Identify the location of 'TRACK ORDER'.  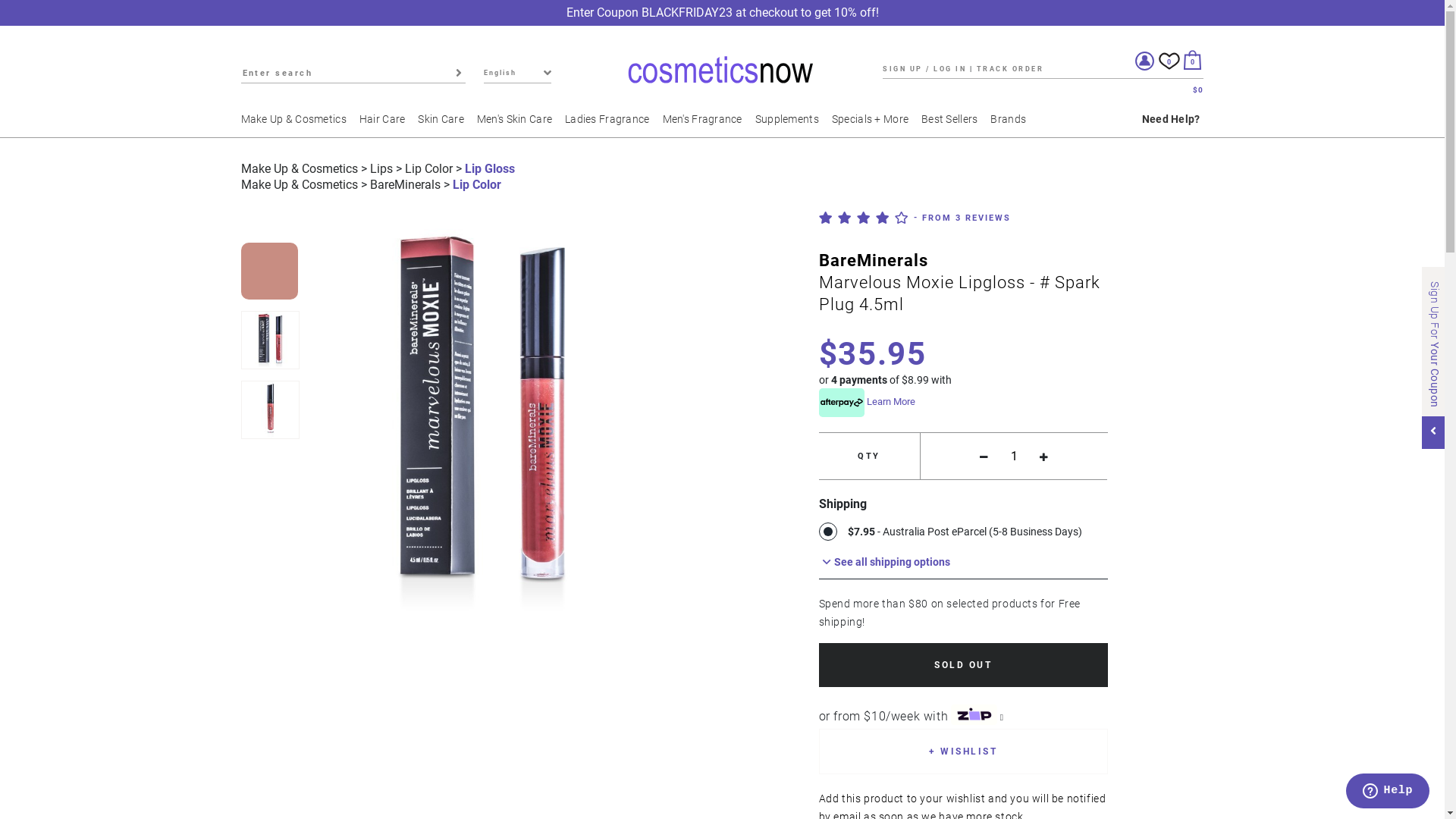
(976, 68).